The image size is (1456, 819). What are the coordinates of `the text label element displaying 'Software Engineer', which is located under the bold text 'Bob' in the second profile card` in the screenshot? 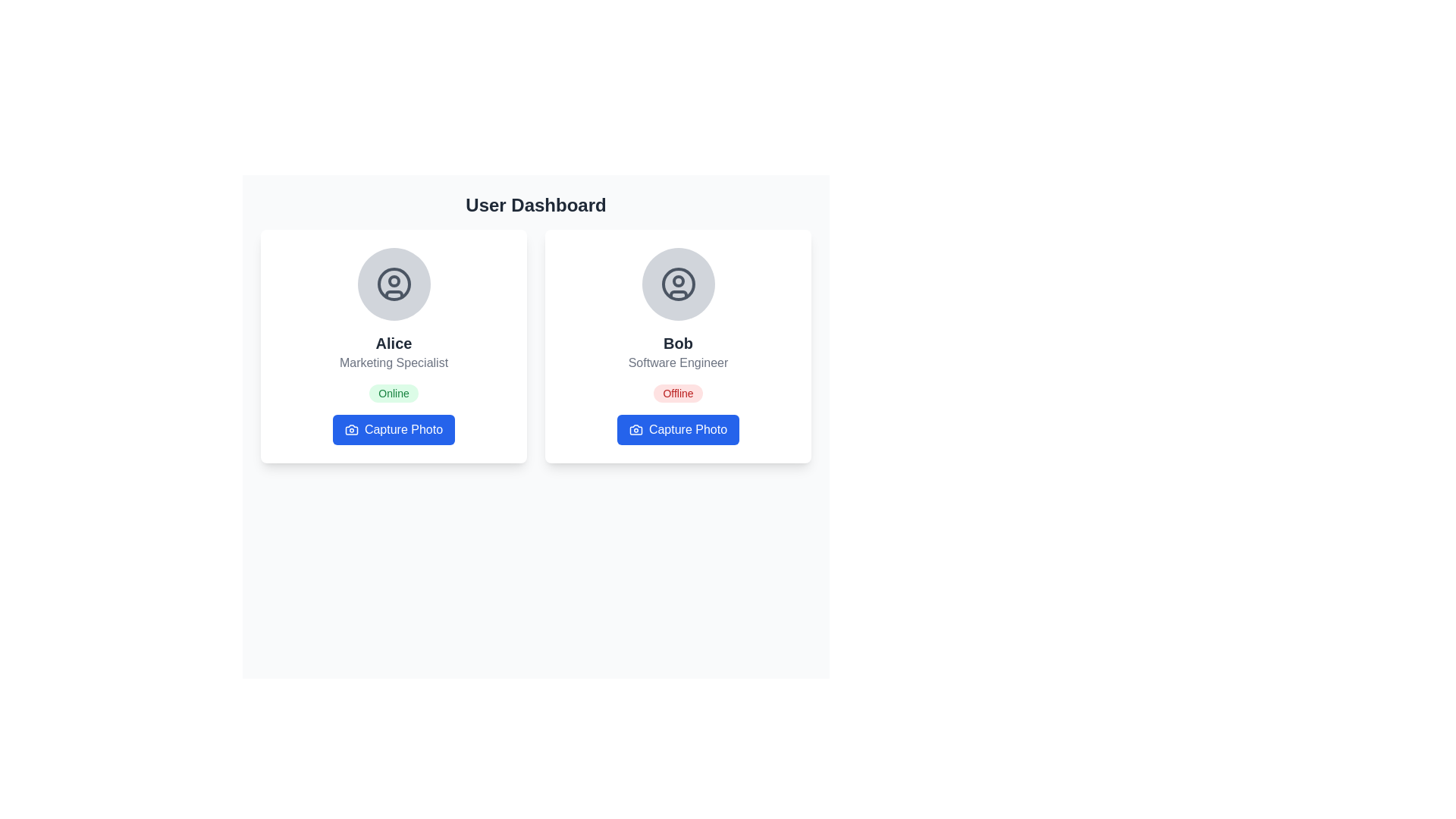 It's located at (677, 362).